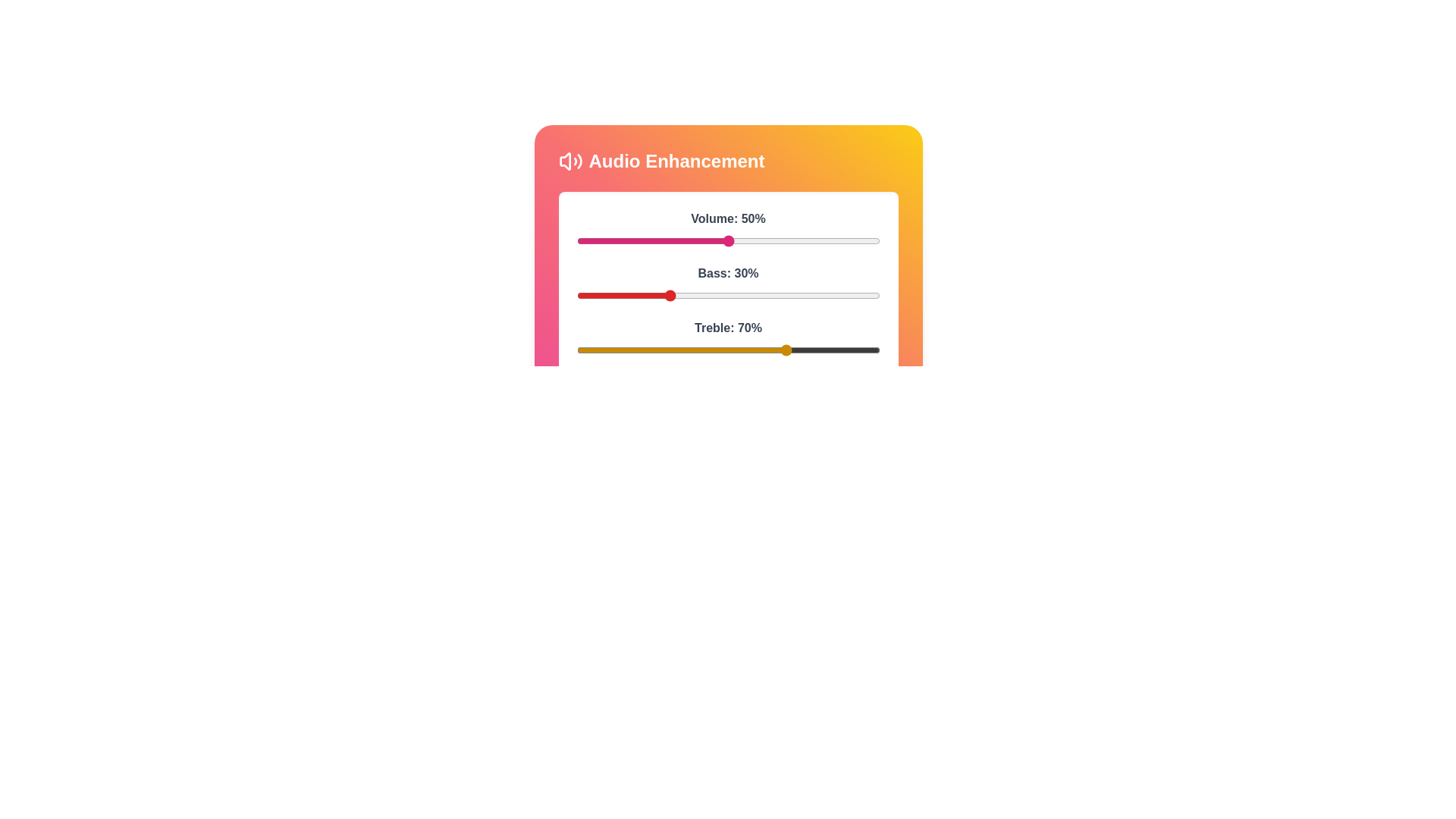  Describe the element at coordinates (827, 240) in the screenshot. I see `the volume` at that location.